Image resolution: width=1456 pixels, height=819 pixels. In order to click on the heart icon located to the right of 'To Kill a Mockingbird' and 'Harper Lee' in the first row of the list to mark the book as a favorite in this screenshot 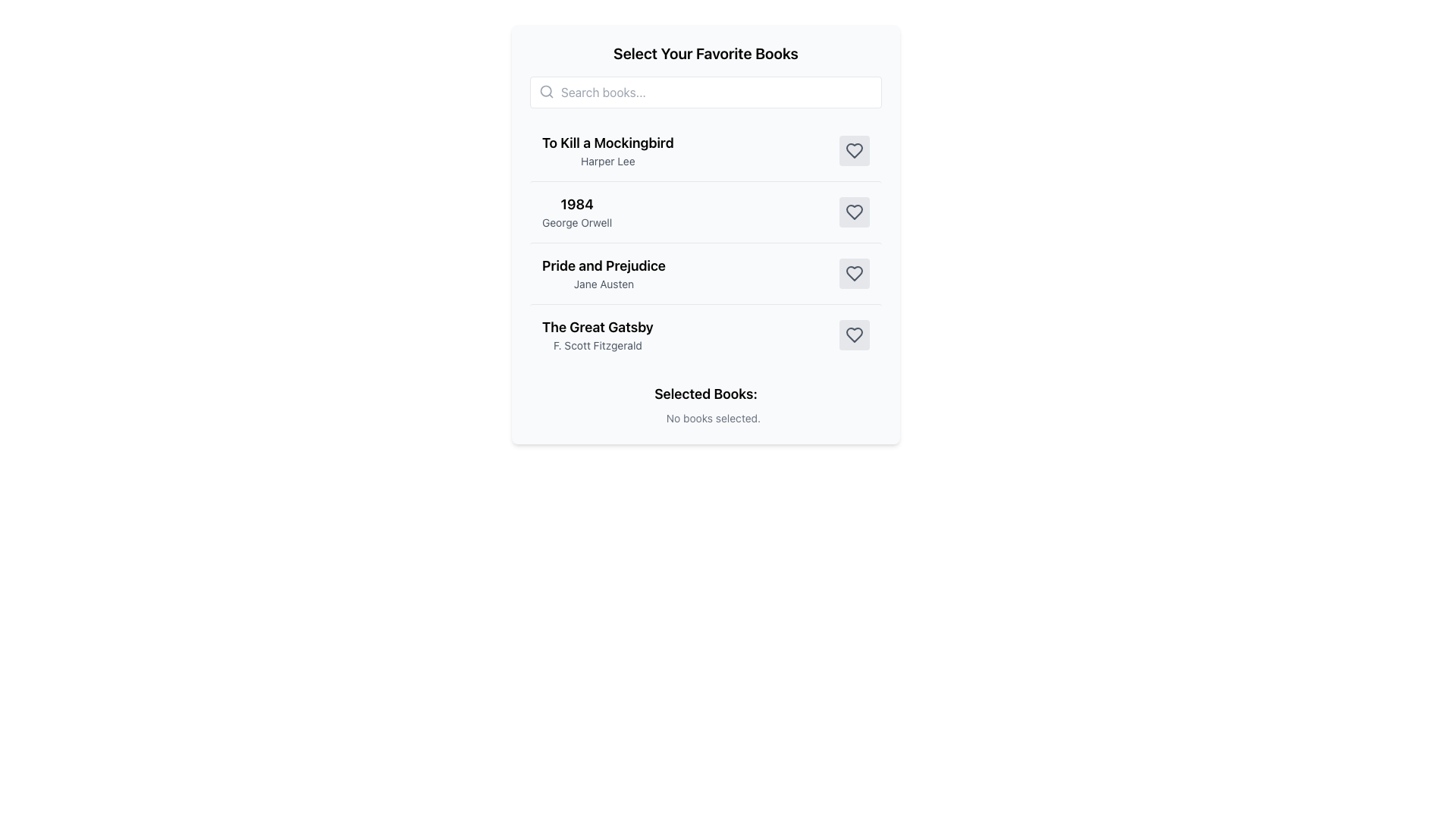, I will do `click(855, 151)`.